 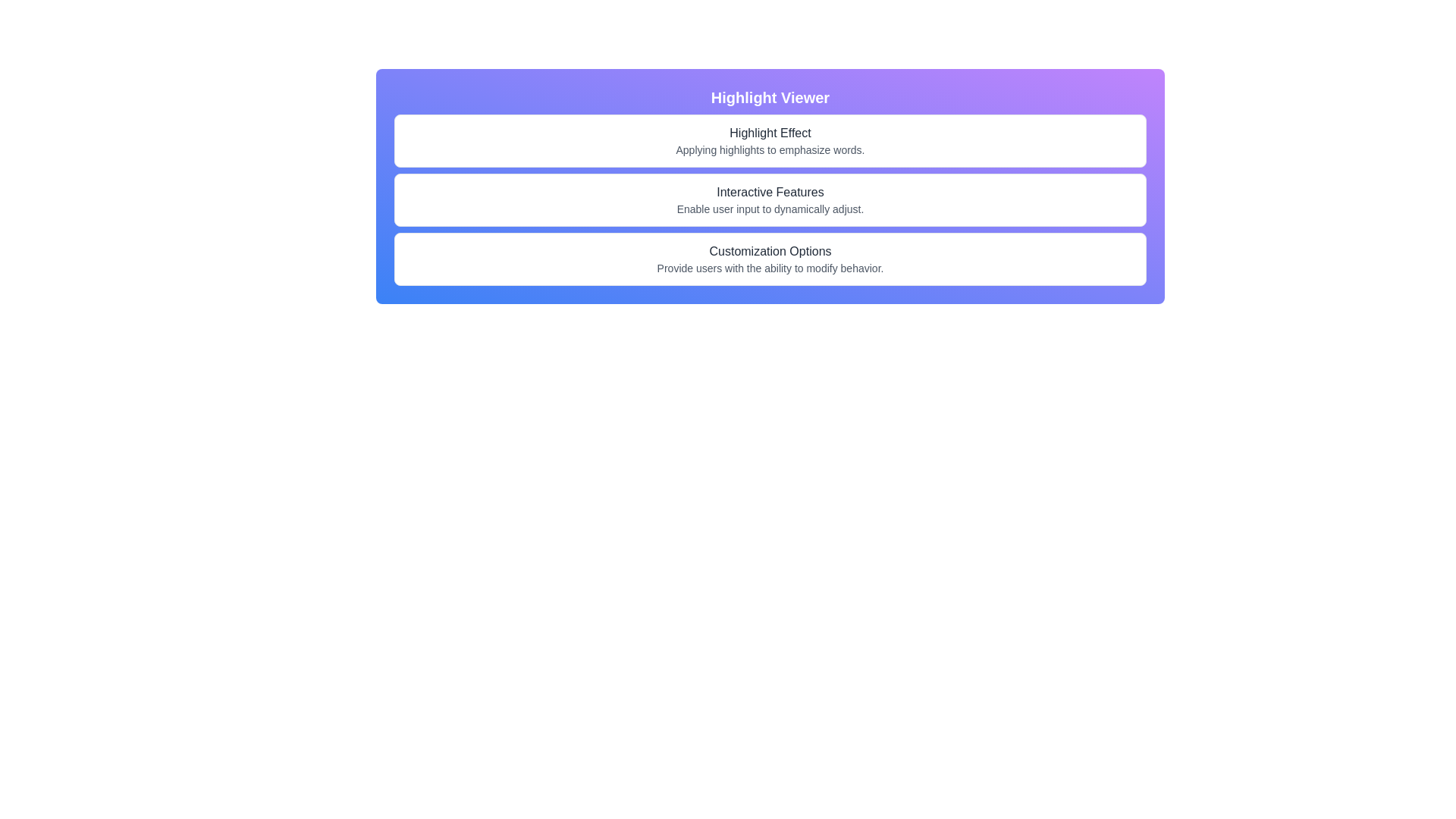 I want to click on the text 'Interactive' within the header labeled 'Interactive Features', specifically targeting the ninth character of the word, so click(x=758, y=191).